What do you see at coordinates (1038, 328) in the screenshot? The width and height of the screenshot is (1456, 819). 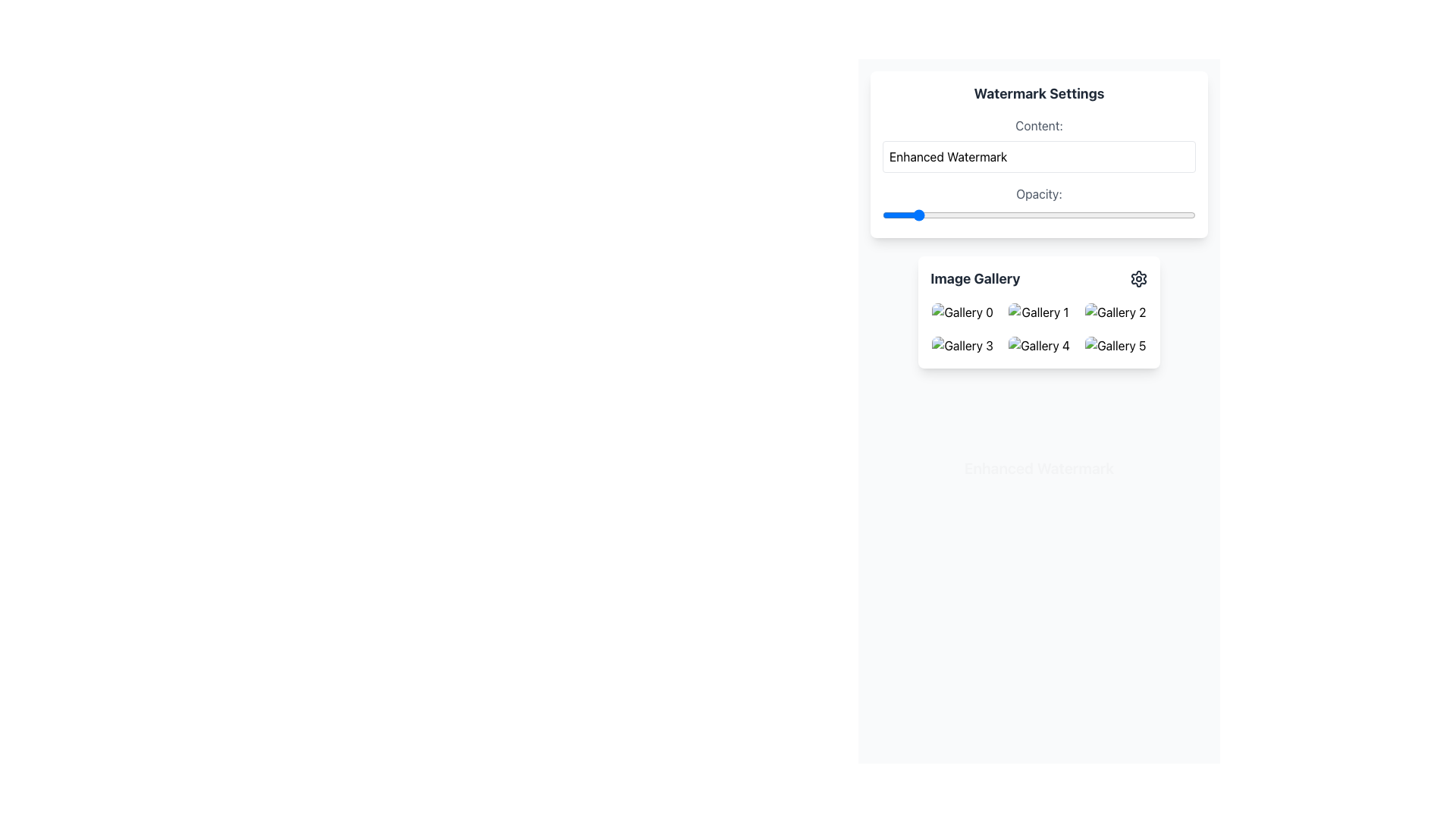 I see `a thumbnail in the Image Gallery grid layout` at bounding box center [1038, 328].